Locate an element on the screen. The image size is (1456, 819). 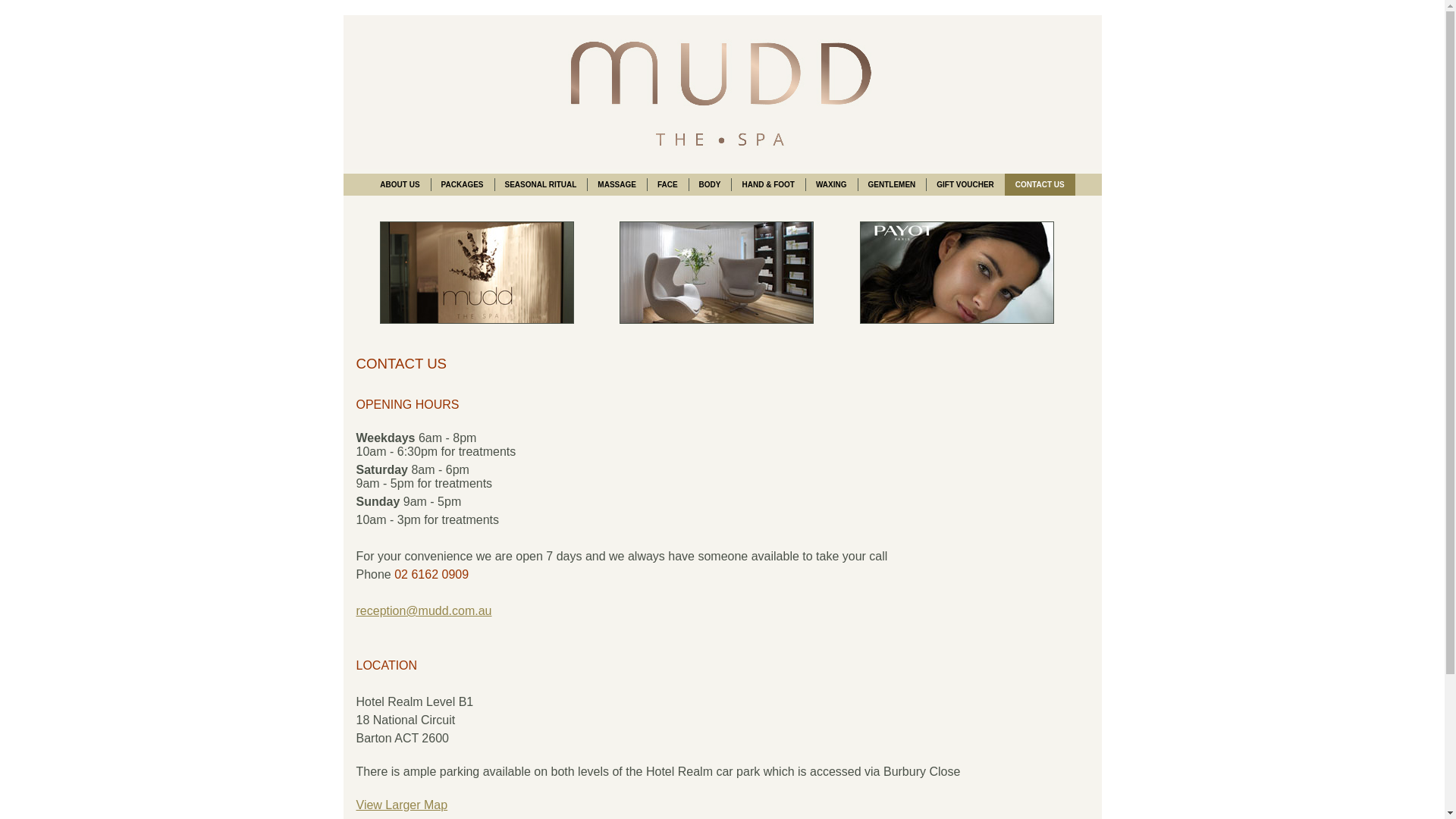
'PACKAGES' is located at coordinates (461, 184).